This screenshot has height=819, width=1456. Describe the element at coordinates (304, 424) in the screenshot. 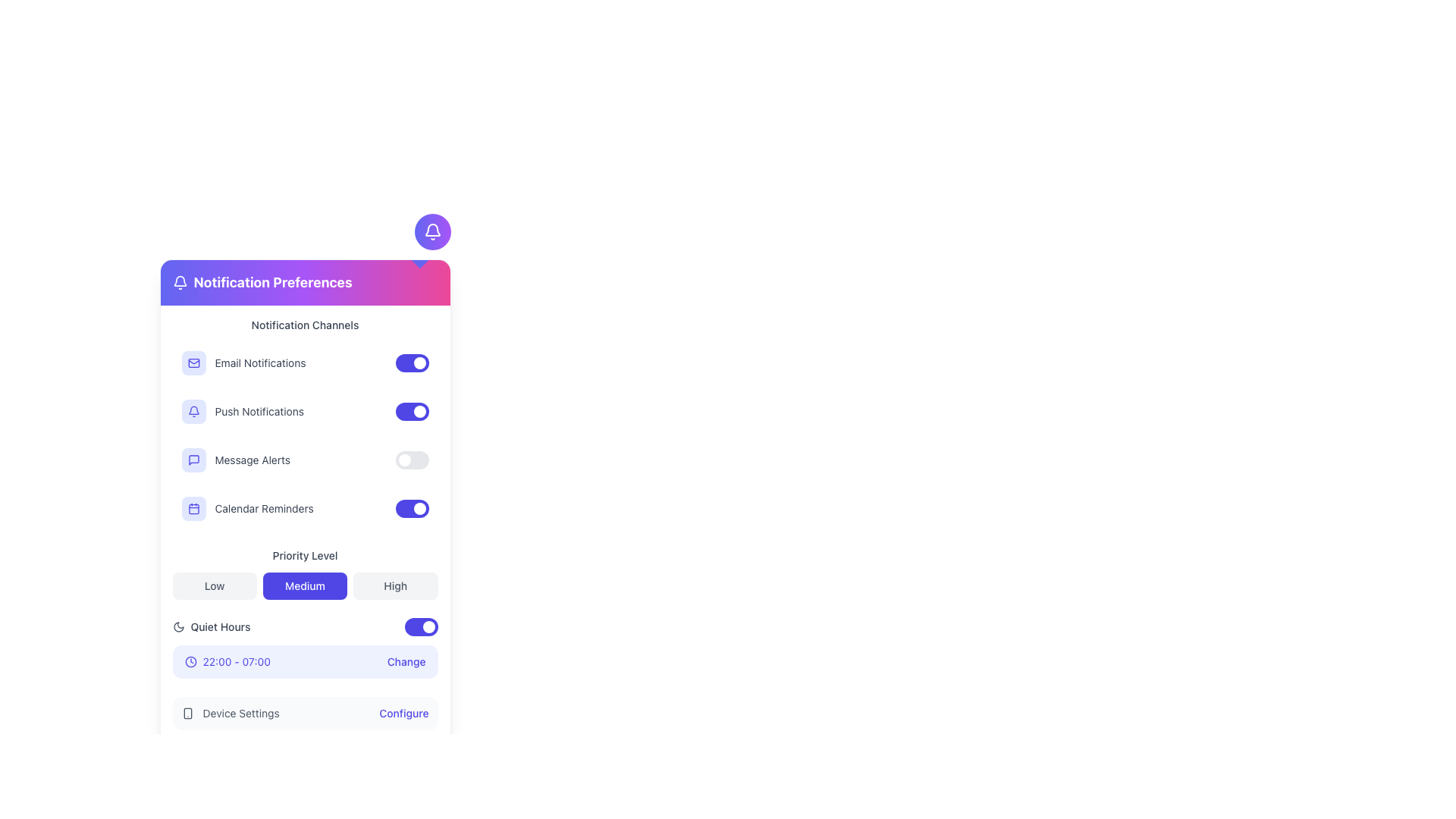

I see `the toggle switch for the 'Notification Channels' section` at that location.